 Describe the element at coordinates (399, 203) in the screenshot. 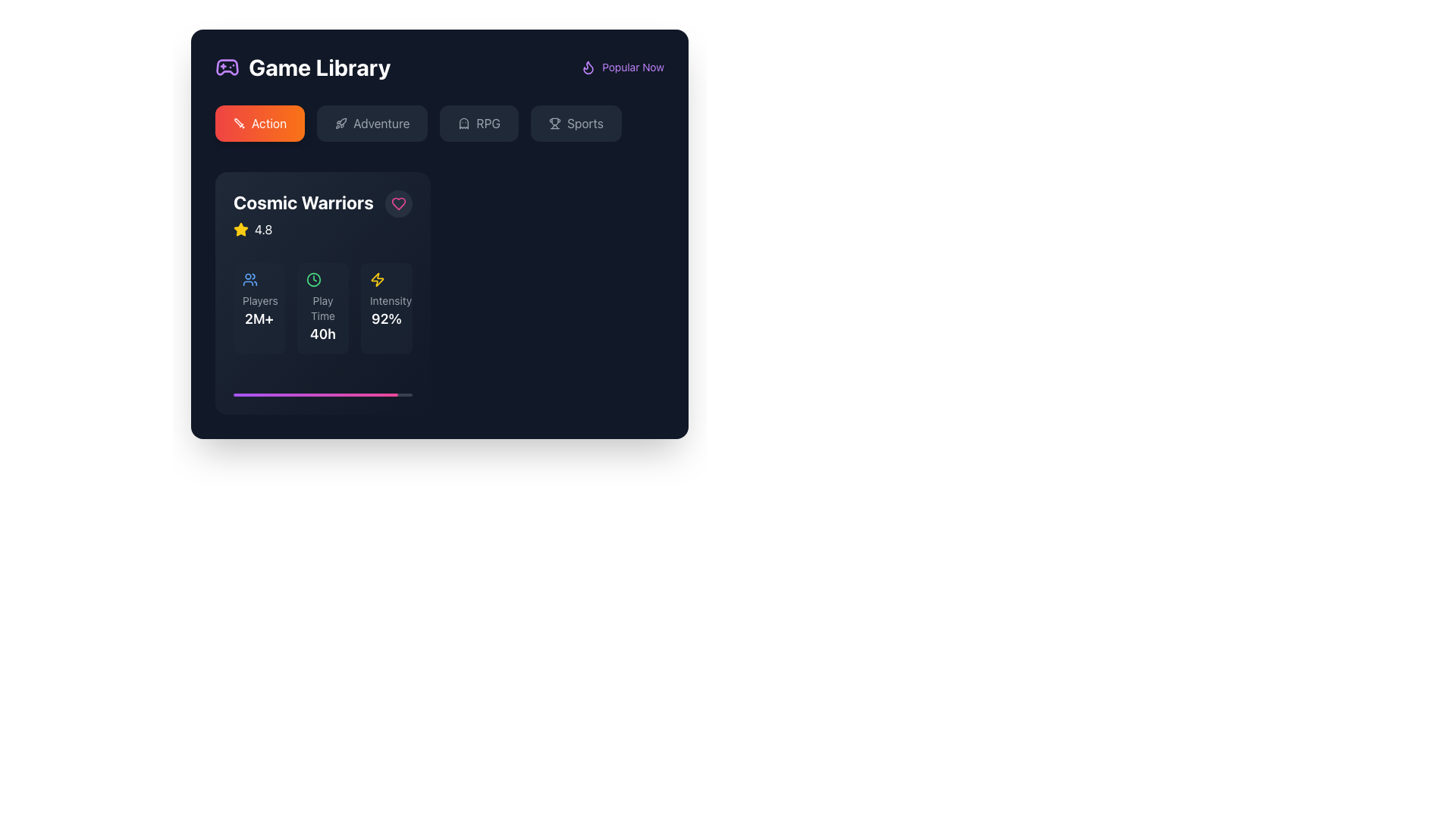

I see `the pink heart icon located in the upper-right corner of the 'Cosmic Warriors' game card` at that location.